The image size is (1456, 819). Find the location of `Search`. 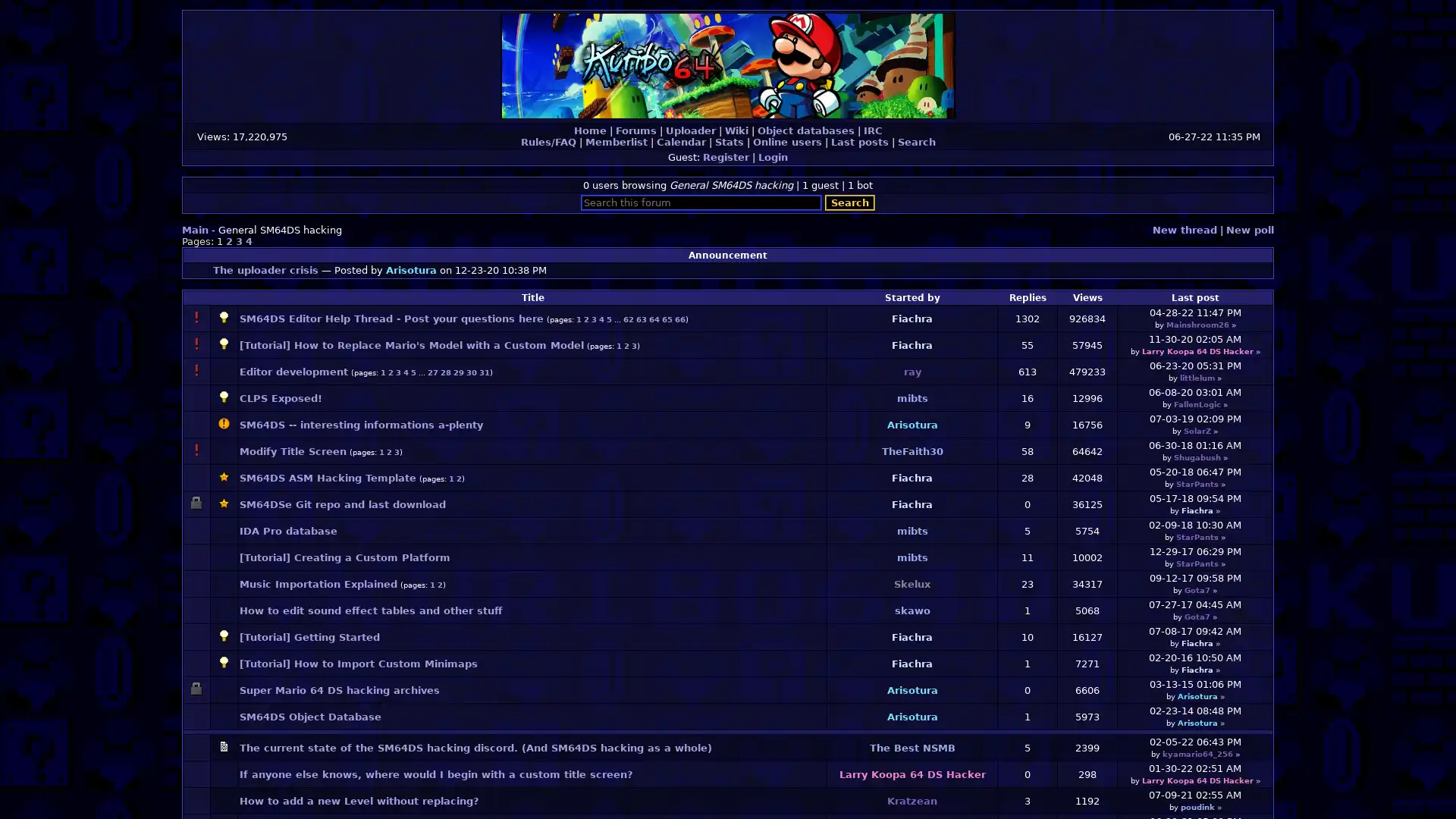

Search is located at coordinates (850, 202).